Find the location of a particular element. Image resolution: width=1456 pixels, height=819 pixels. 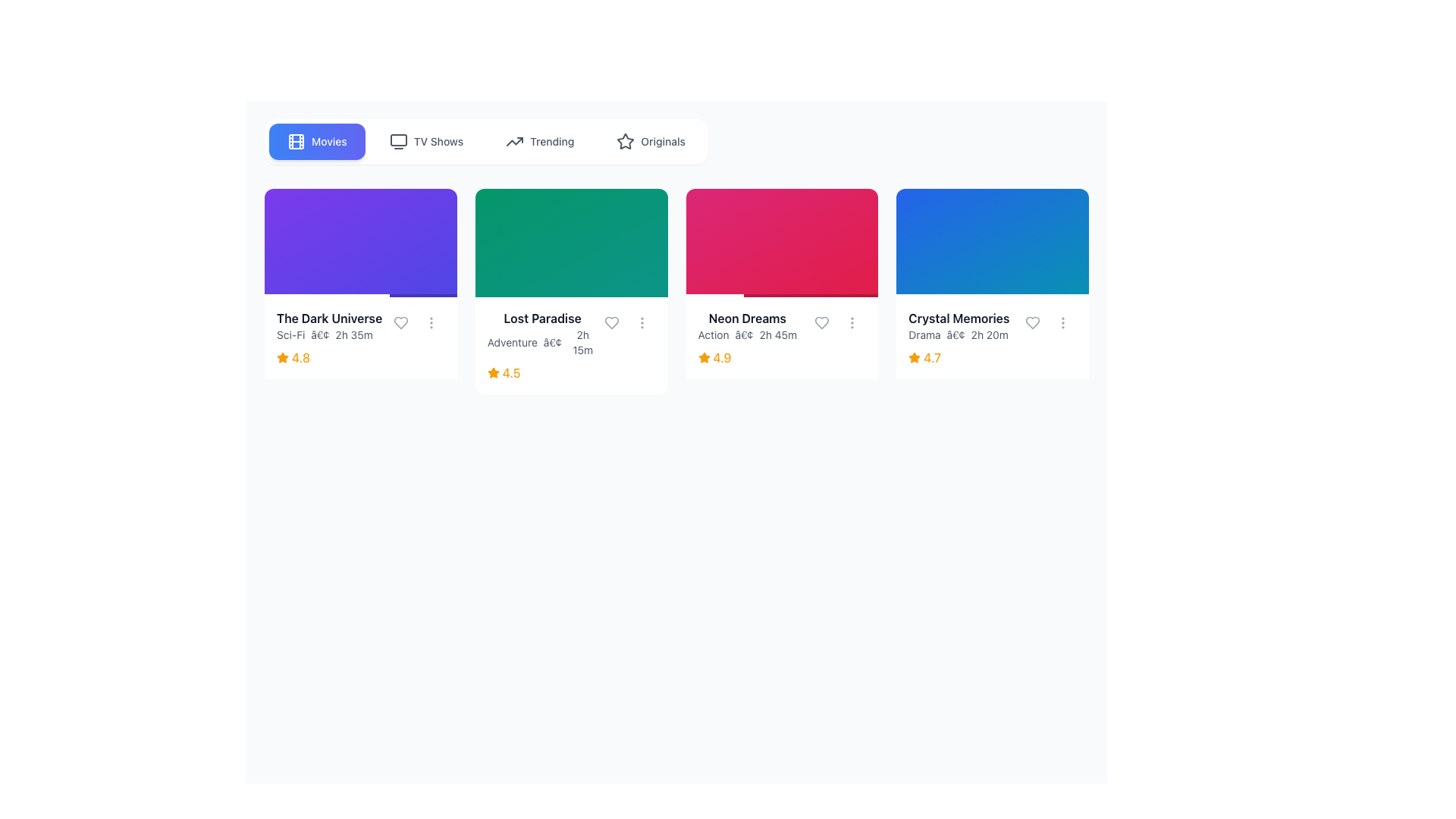

the percentage completion of the progress bar located at the bottom of the first card titled 'The Dark Universe' with a purple background is located at coordinates (359, 295).